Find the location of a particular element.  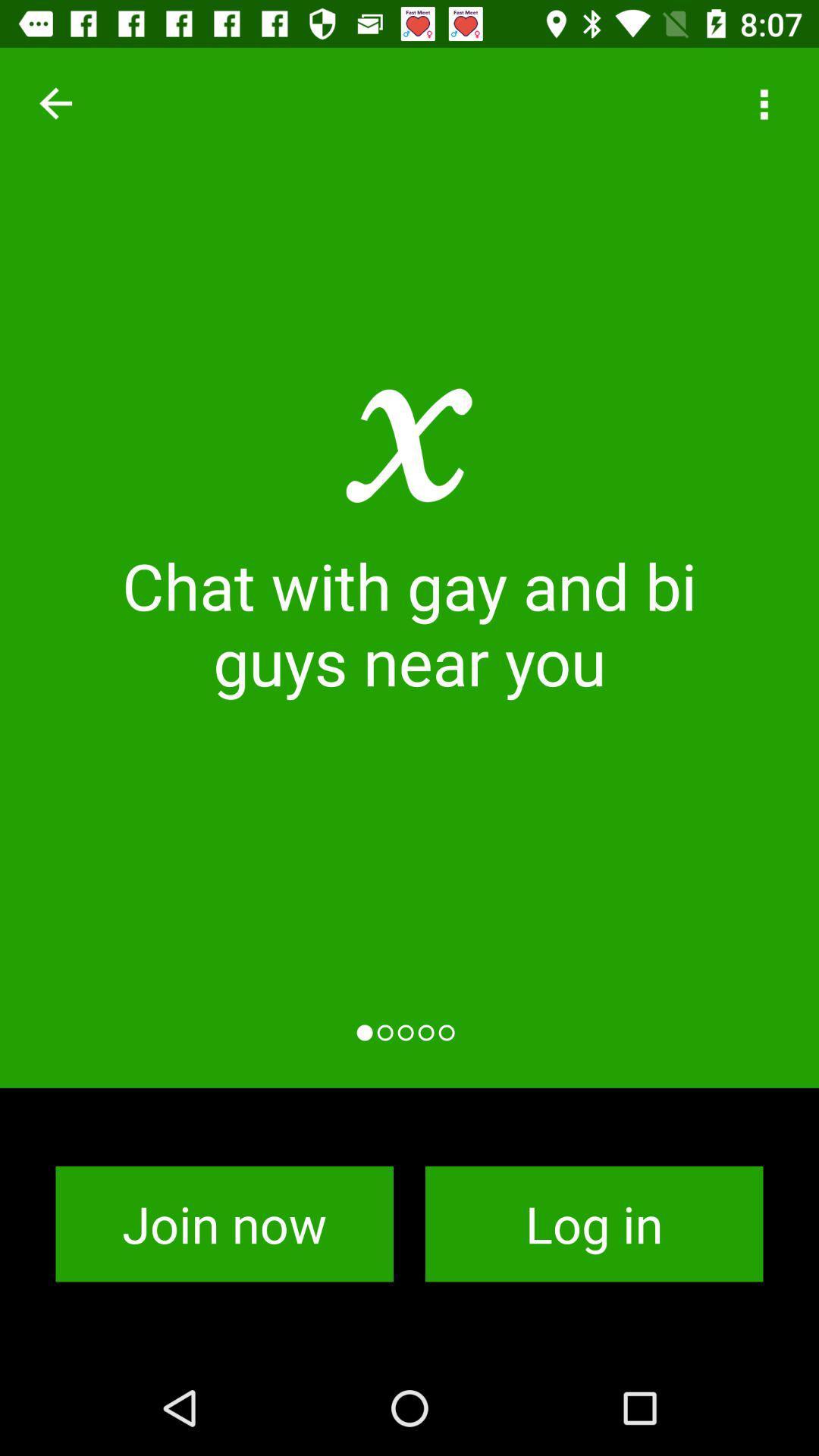

the icon above chat with gay is located at coordinates (55, 102).